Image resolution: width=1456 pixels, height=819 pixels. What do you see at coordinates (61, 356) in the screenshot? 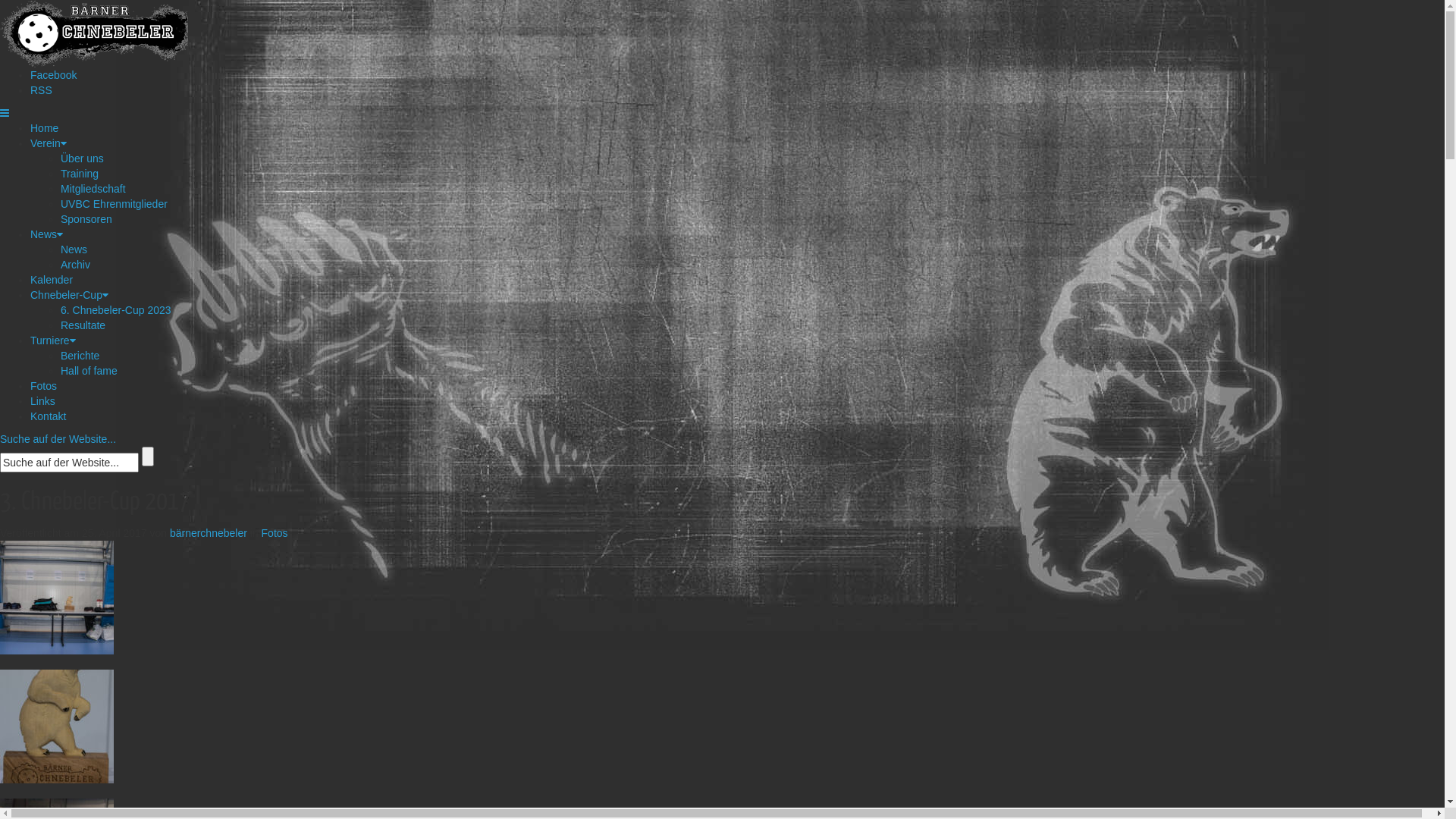
I see `'Berichte'` at bounding box center [61, 356].